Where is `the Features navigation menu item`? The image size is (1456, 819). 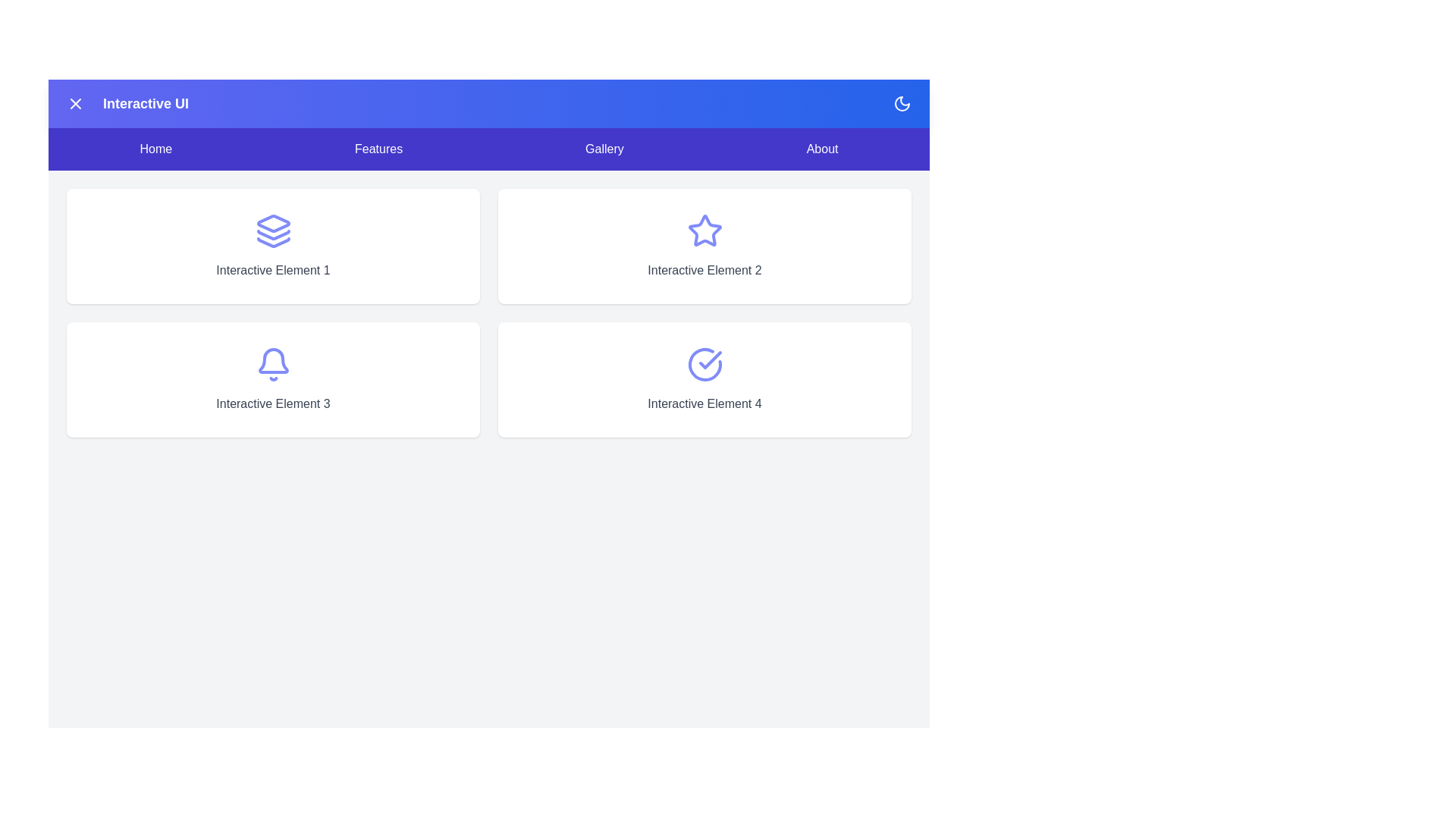 the Features navigation menu item is located at coordinates (378, 149).